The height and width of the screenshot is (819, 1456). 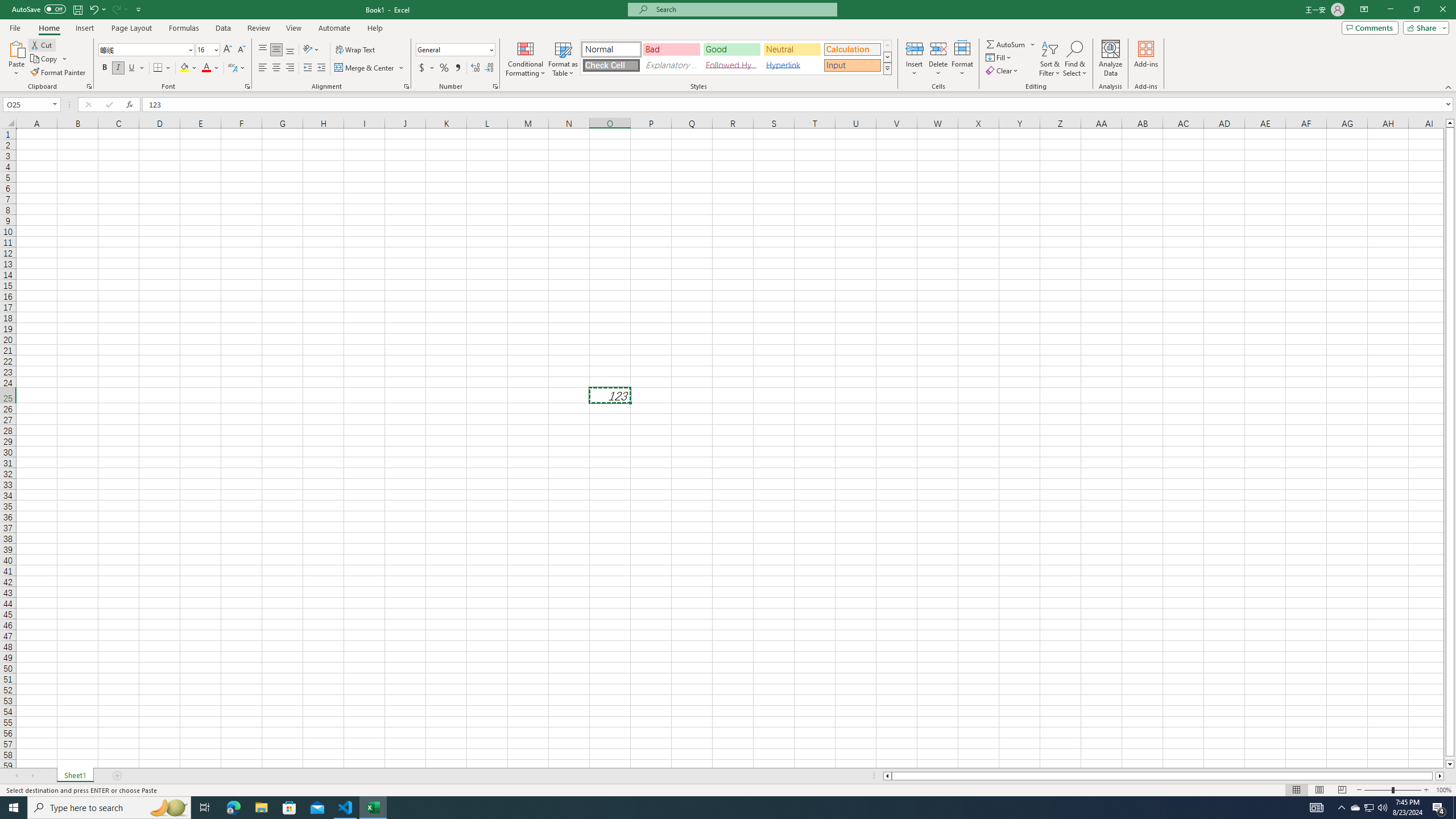 I want to click on 'Neutral', so click(x=791, y=49).